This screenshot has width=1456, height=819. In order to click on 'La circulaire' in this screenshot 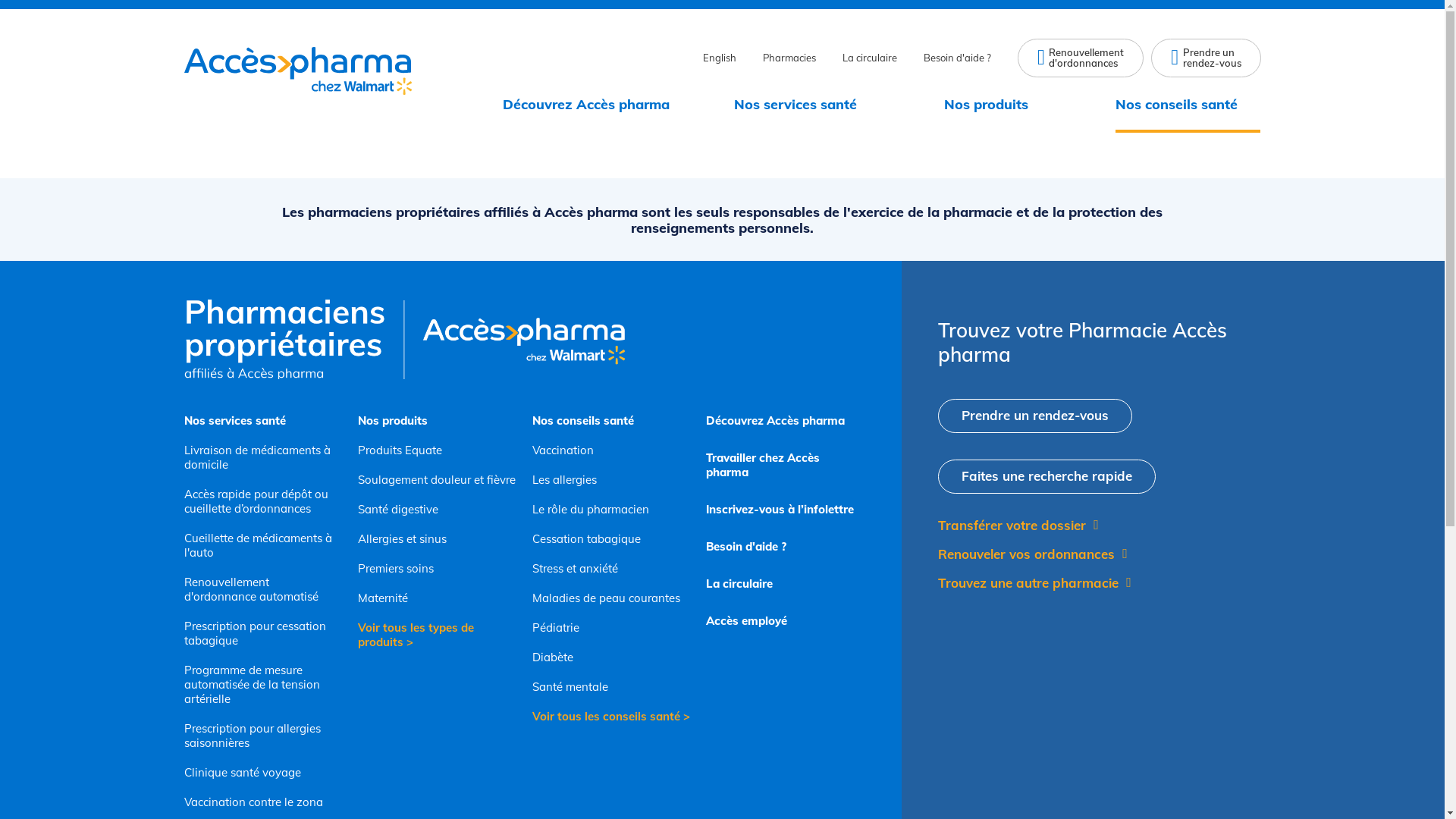, I will do `click(705, 582)`.